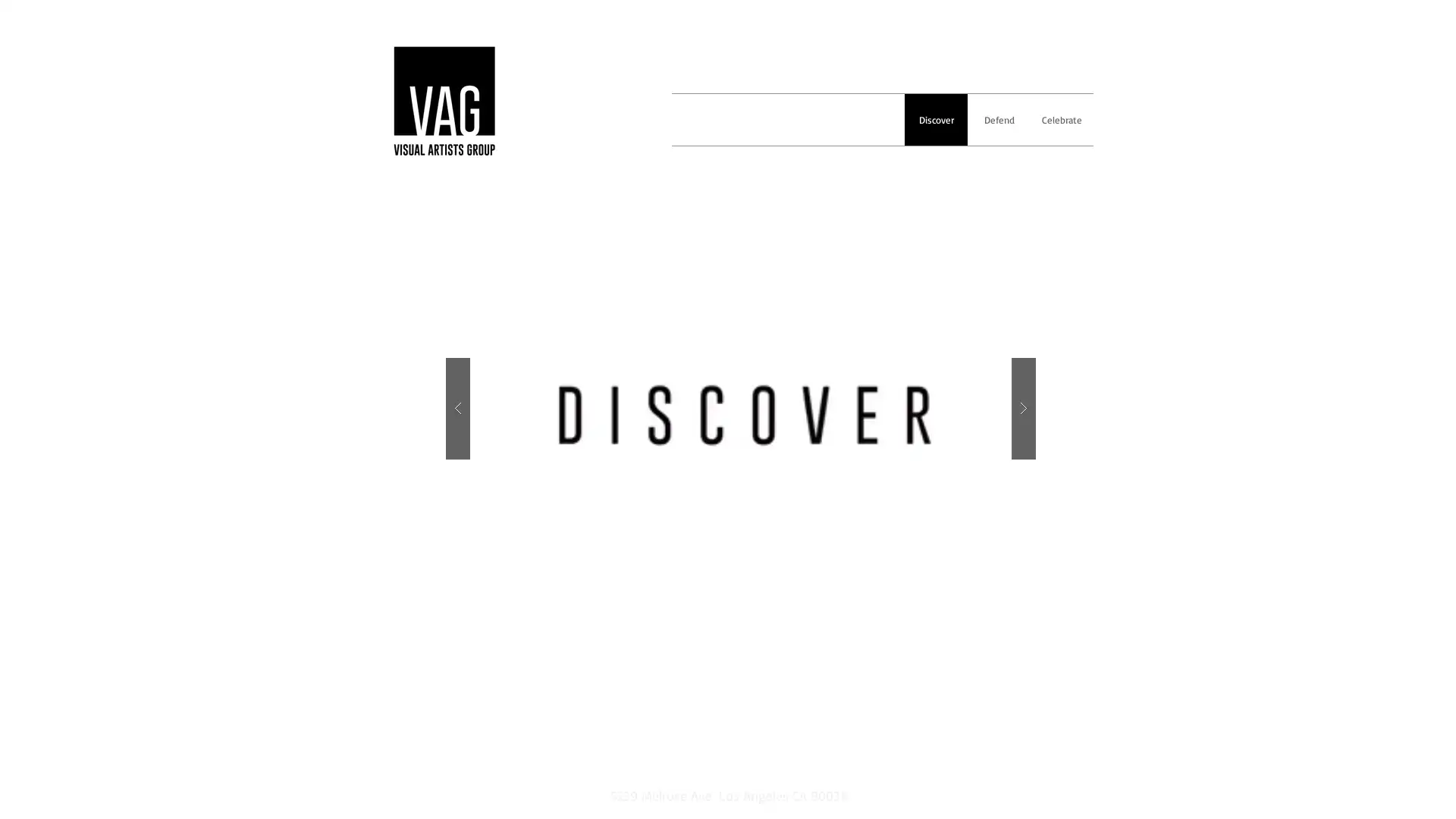  Describe the element at coordinates (457, 408) in the screenshot. I see `previous` at that location.